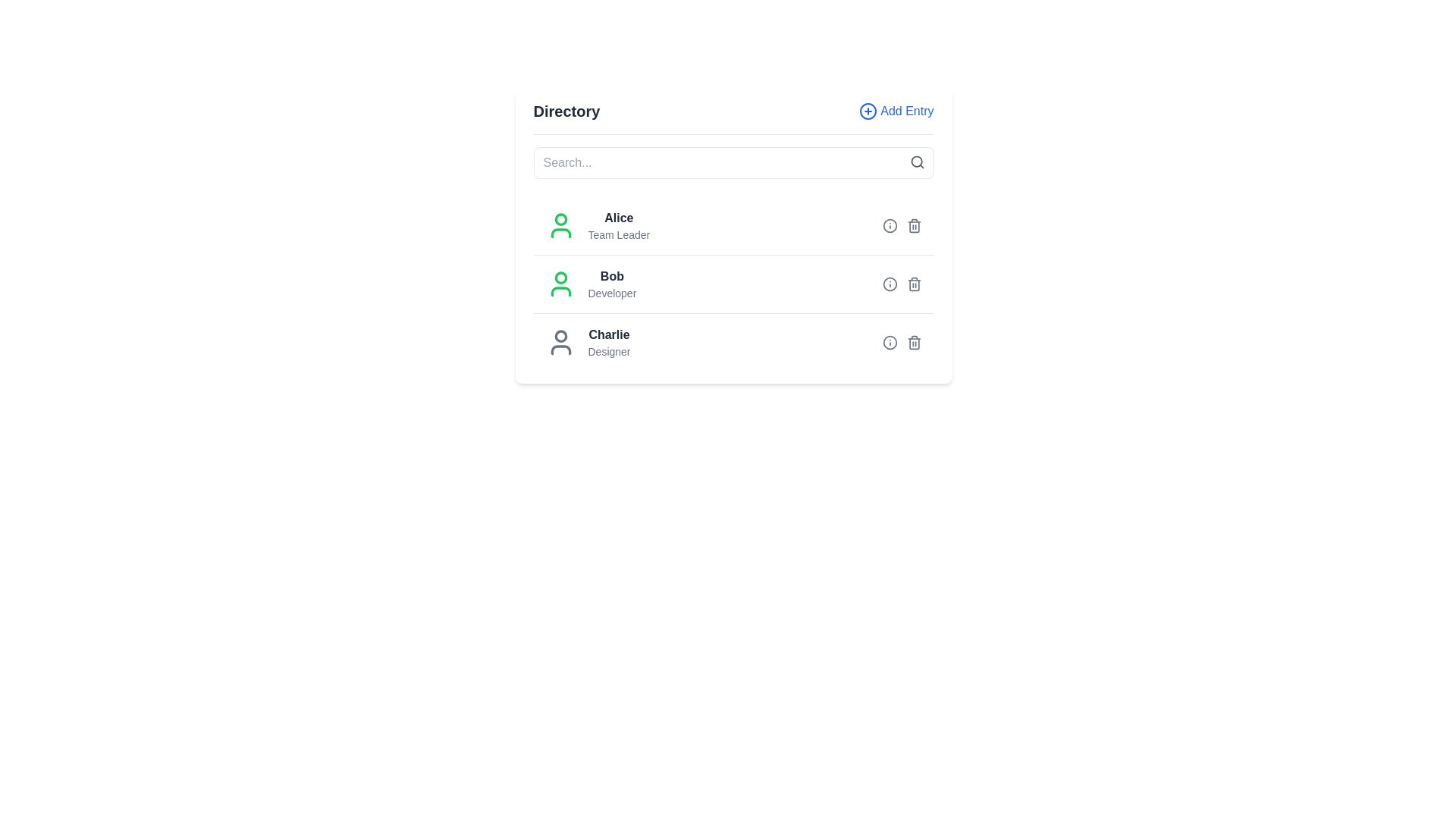 The image size is (1456, 819). Describe the element at coordinates (902, 284) in the screenshot. I see `the interactive icons located to the far right of the row containing 'Bob' after the text 'Developer'` at that location.